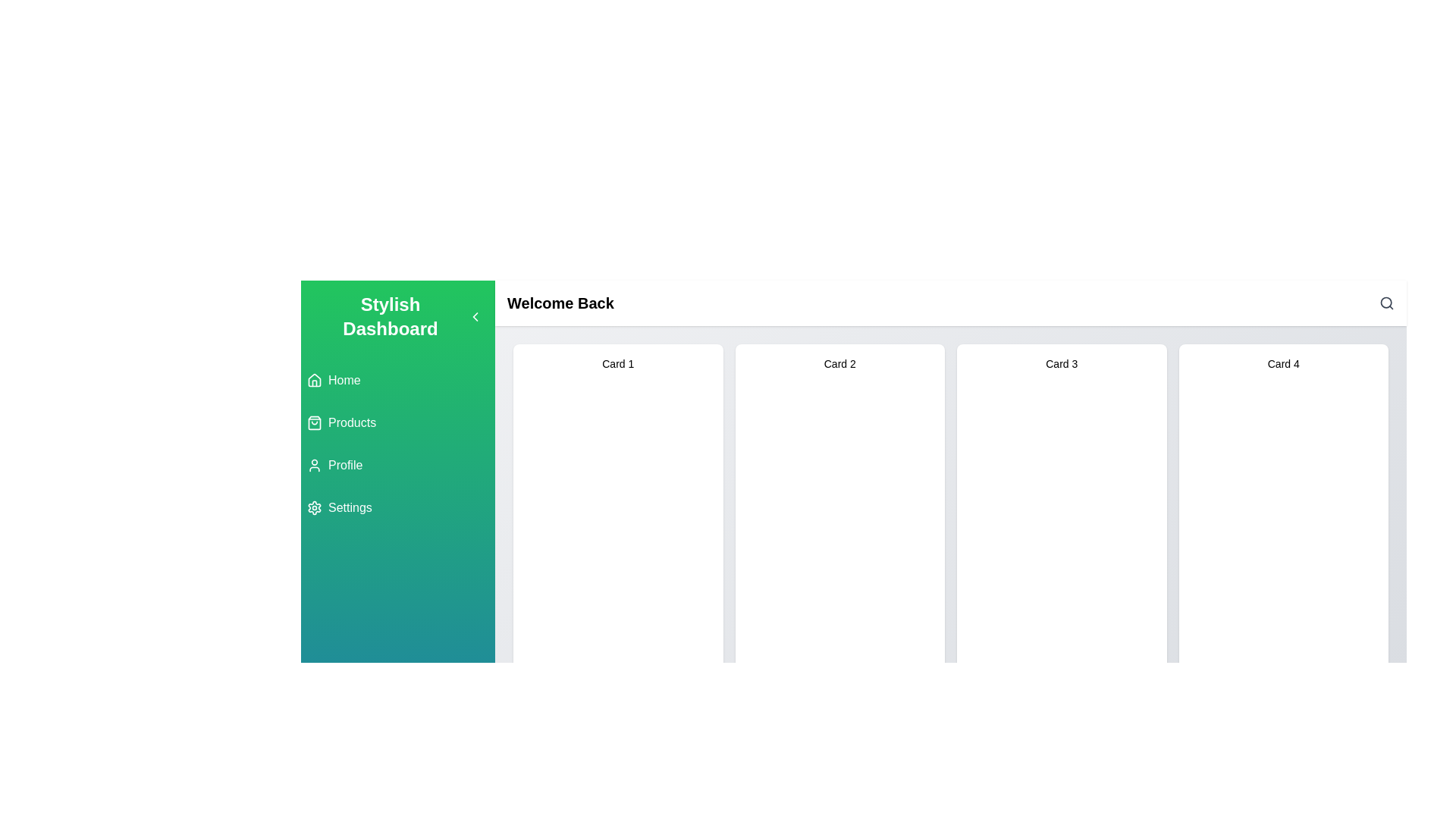  What do you see at coordinates (313, 508) in the screenshot?
I see `the mechanical gear-like icon located` at bounding box center [313, 508].